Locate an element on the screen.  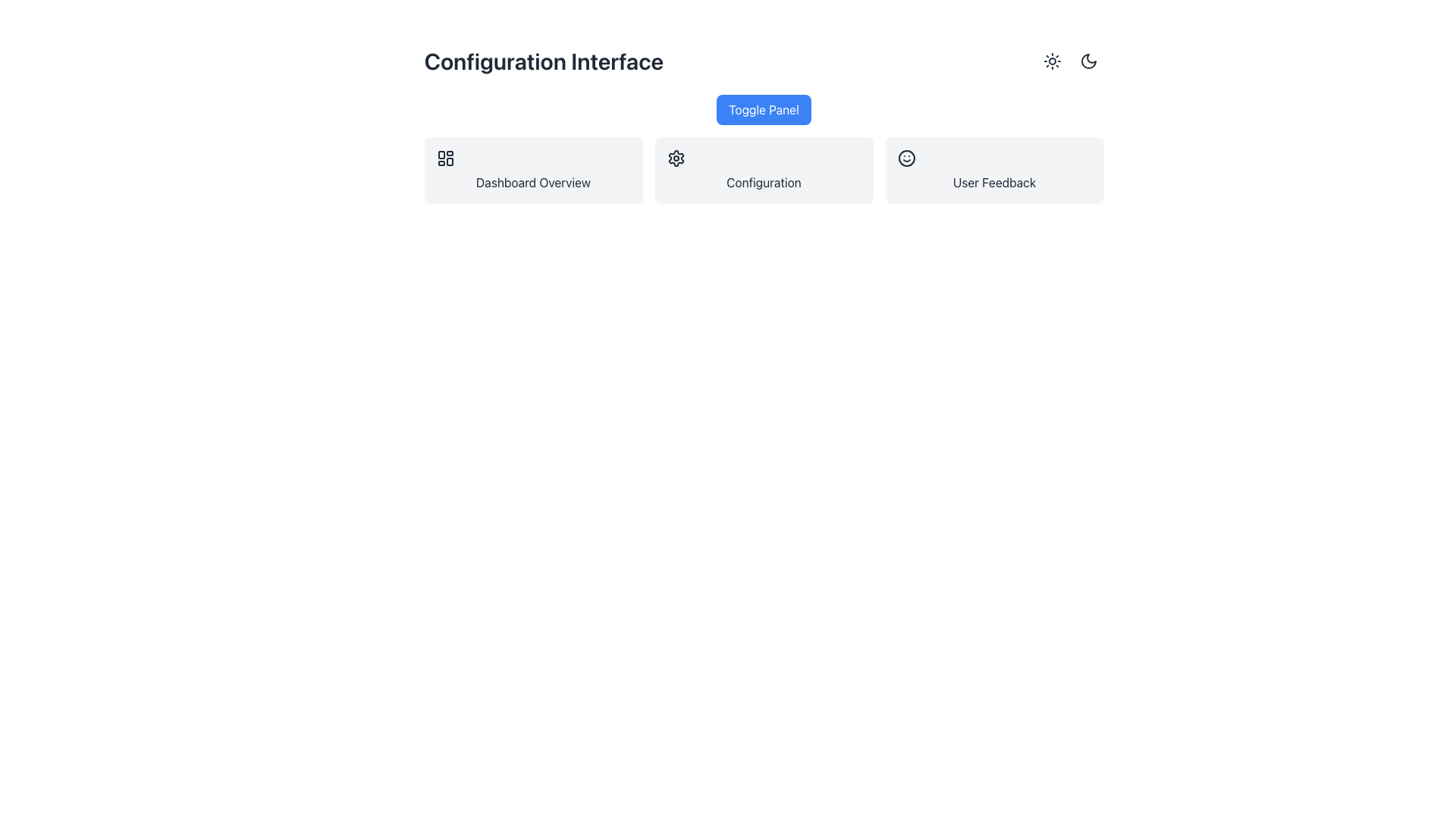
the sun-shaped icon in the top-right corner representing light mode is located at coordinates (1051, 61).